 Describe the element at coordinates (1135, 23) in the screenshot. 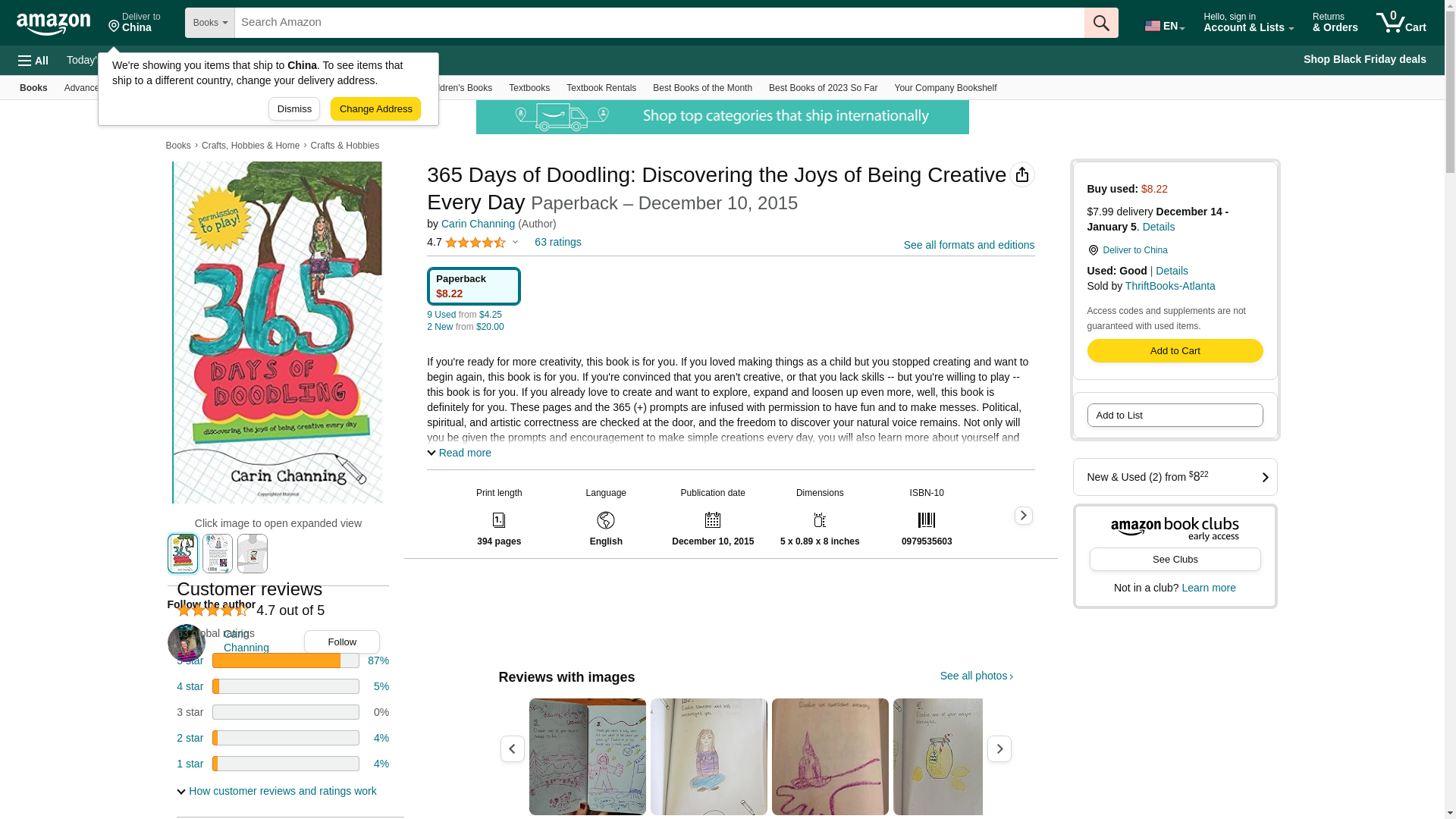

I see `'EN'` at that location.